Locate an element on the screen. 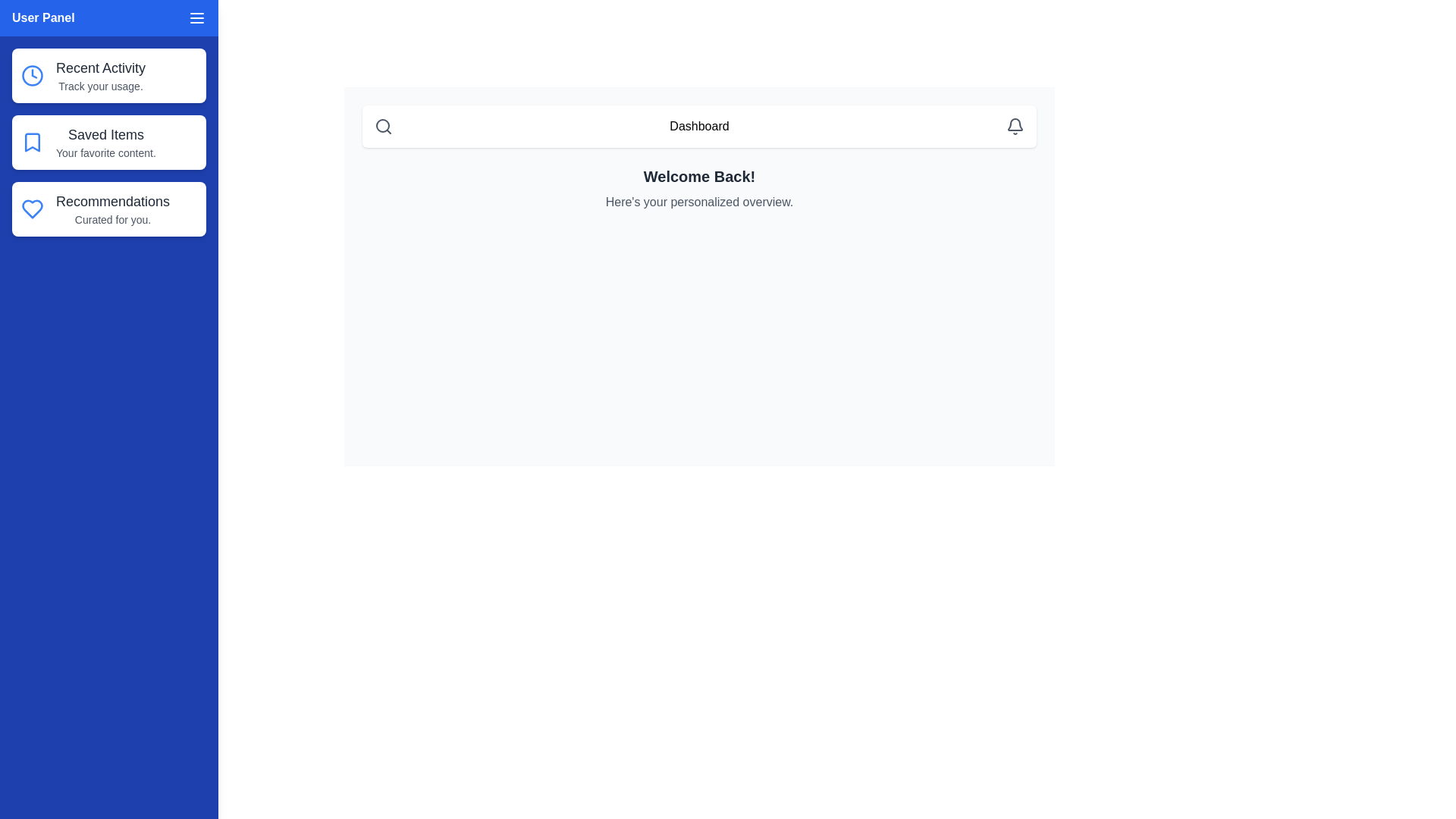  the menu icon button to toggle the drawer visibility is located at coordinates (196, 17).